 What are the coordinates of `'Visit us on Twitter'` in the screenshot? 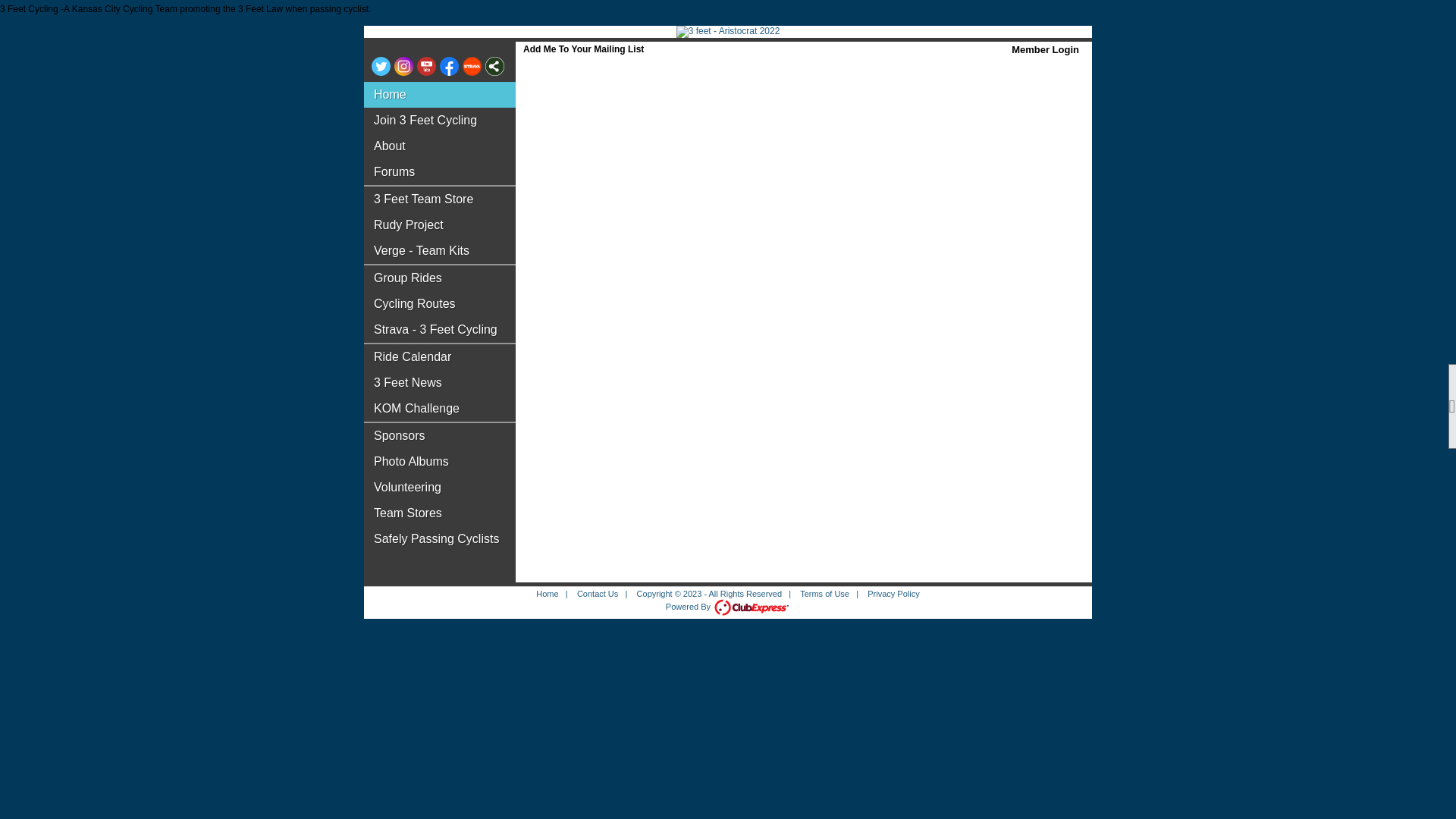 It's located at (381, 66).